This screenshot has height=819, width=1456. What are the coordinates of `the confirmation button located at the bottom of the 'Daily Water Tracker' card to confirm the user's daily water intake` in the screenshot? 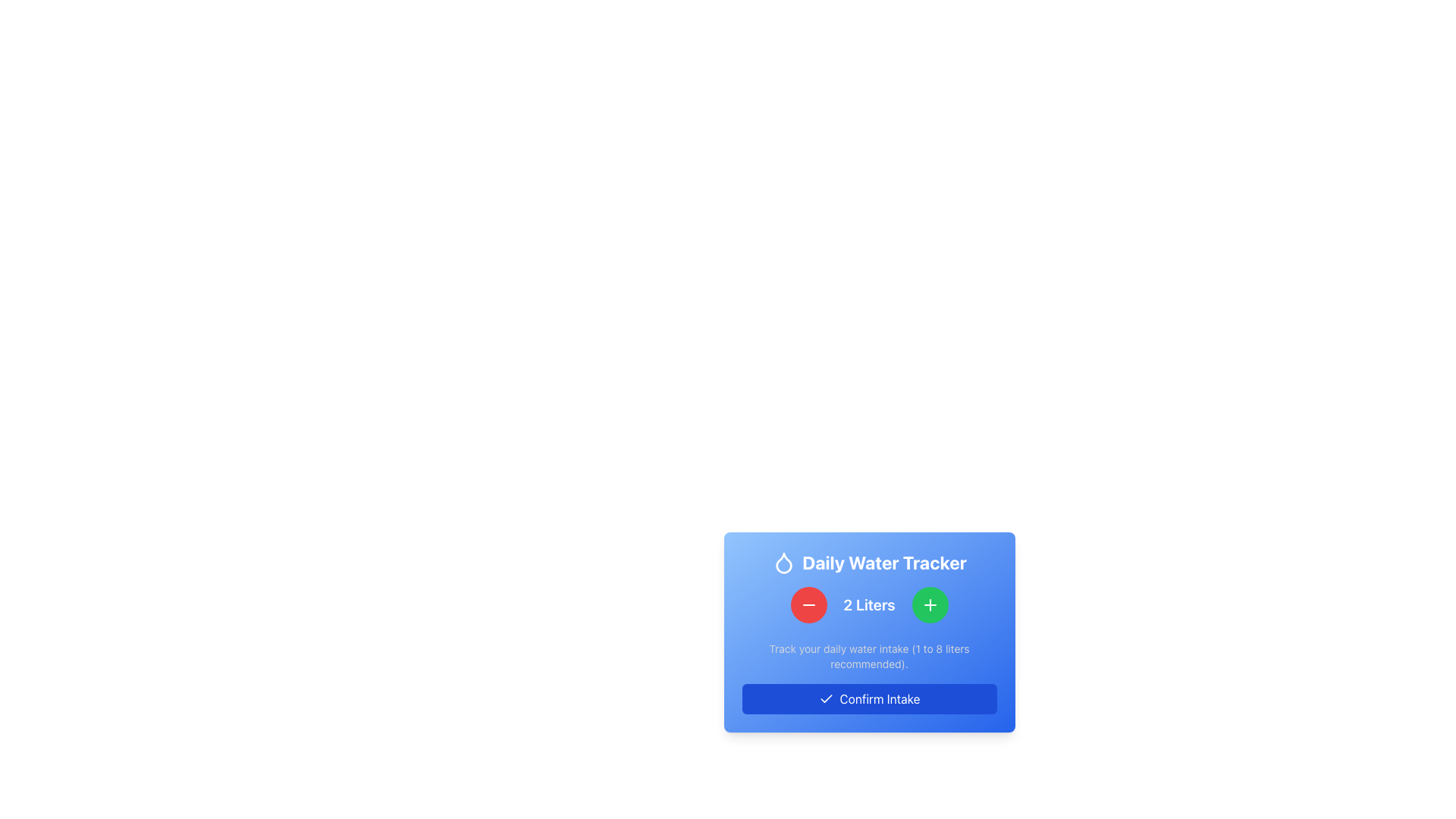 It's located at (869, 698).